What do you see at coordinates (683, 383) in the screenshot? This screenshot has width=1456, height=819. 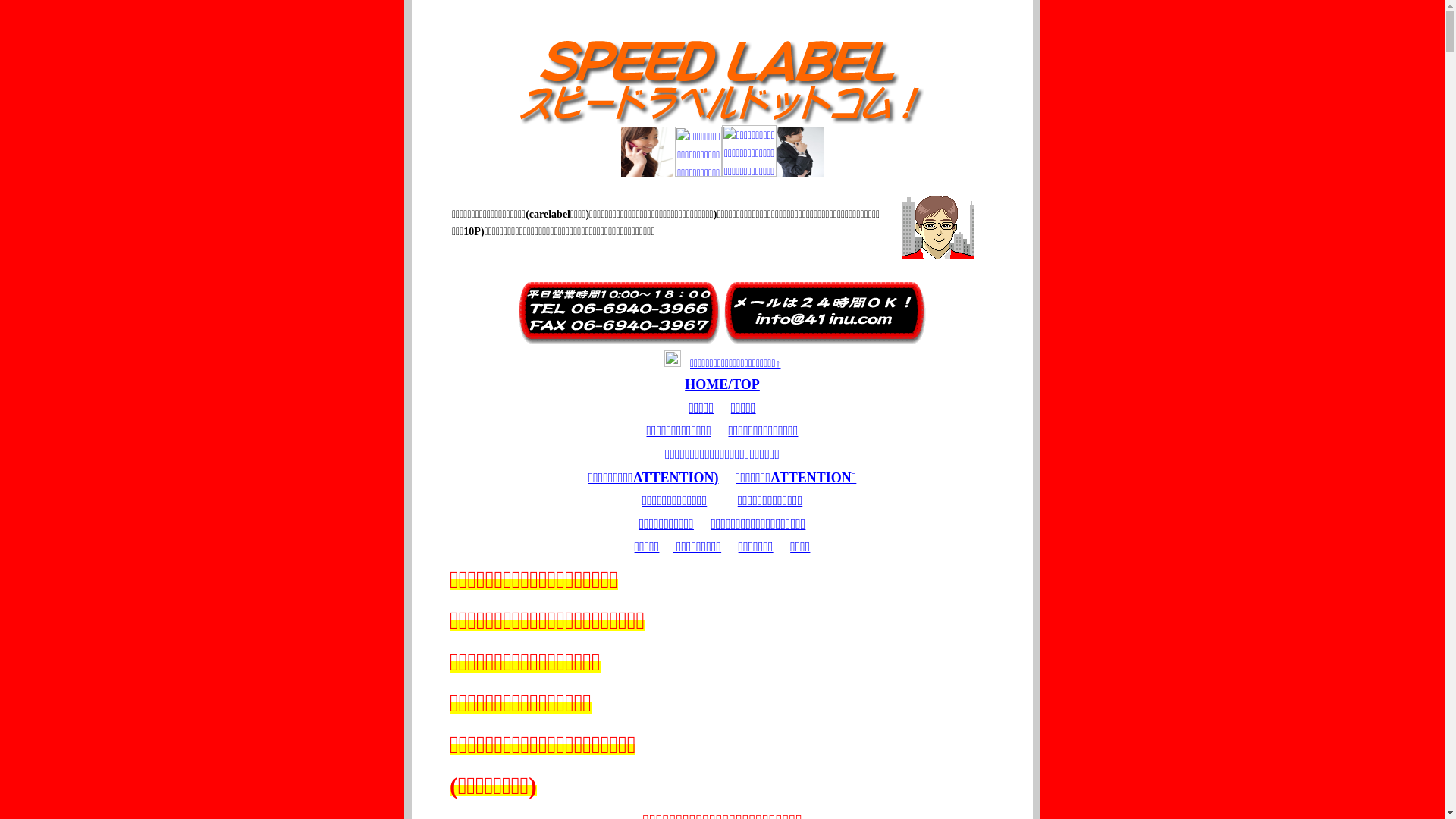 I see `'HOME/TOP'` at bounding box center [683, 383].